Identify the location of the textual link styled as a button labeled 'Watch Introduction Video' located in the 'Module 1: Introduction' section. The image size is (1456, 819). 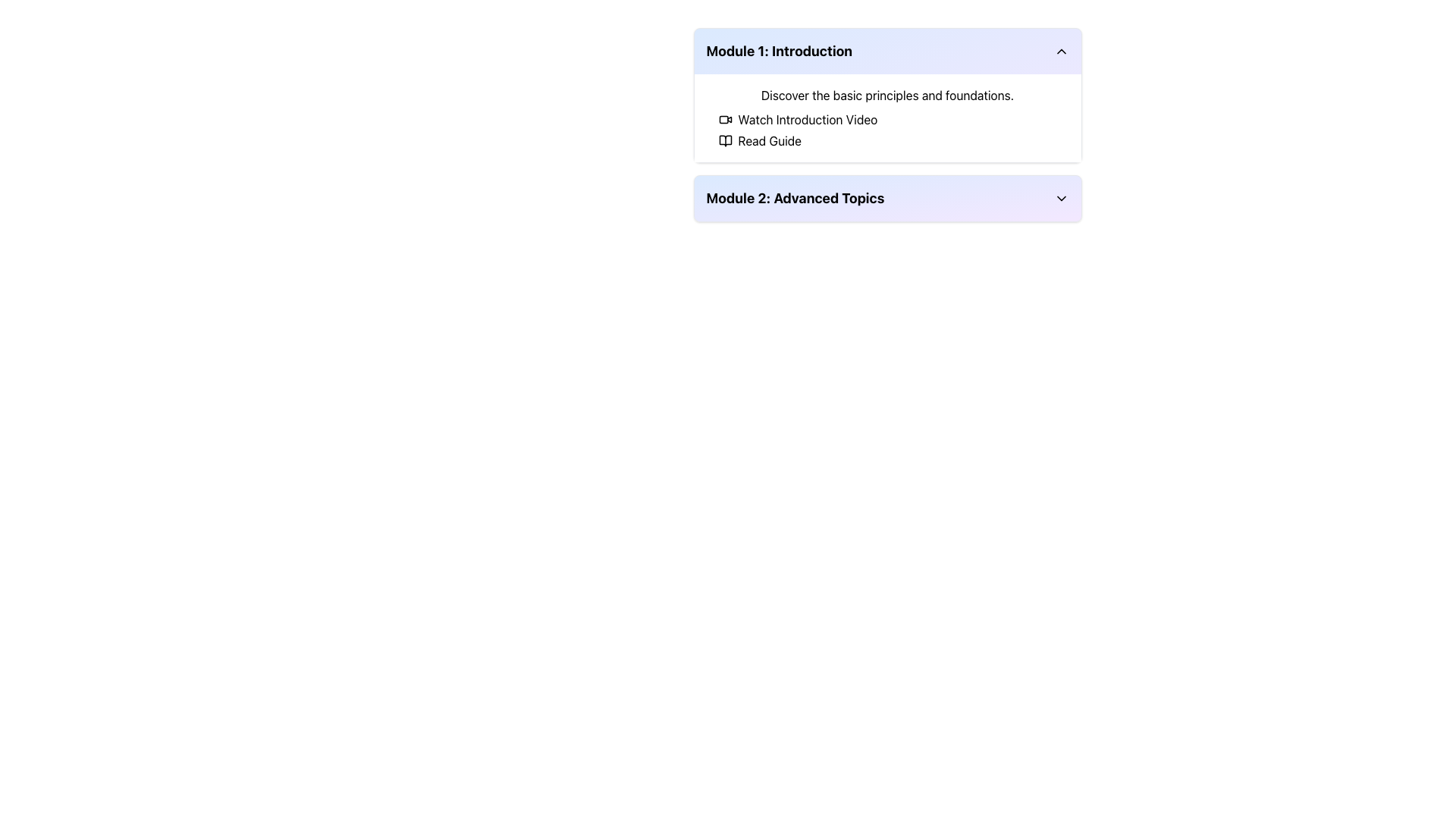
(807, 119).